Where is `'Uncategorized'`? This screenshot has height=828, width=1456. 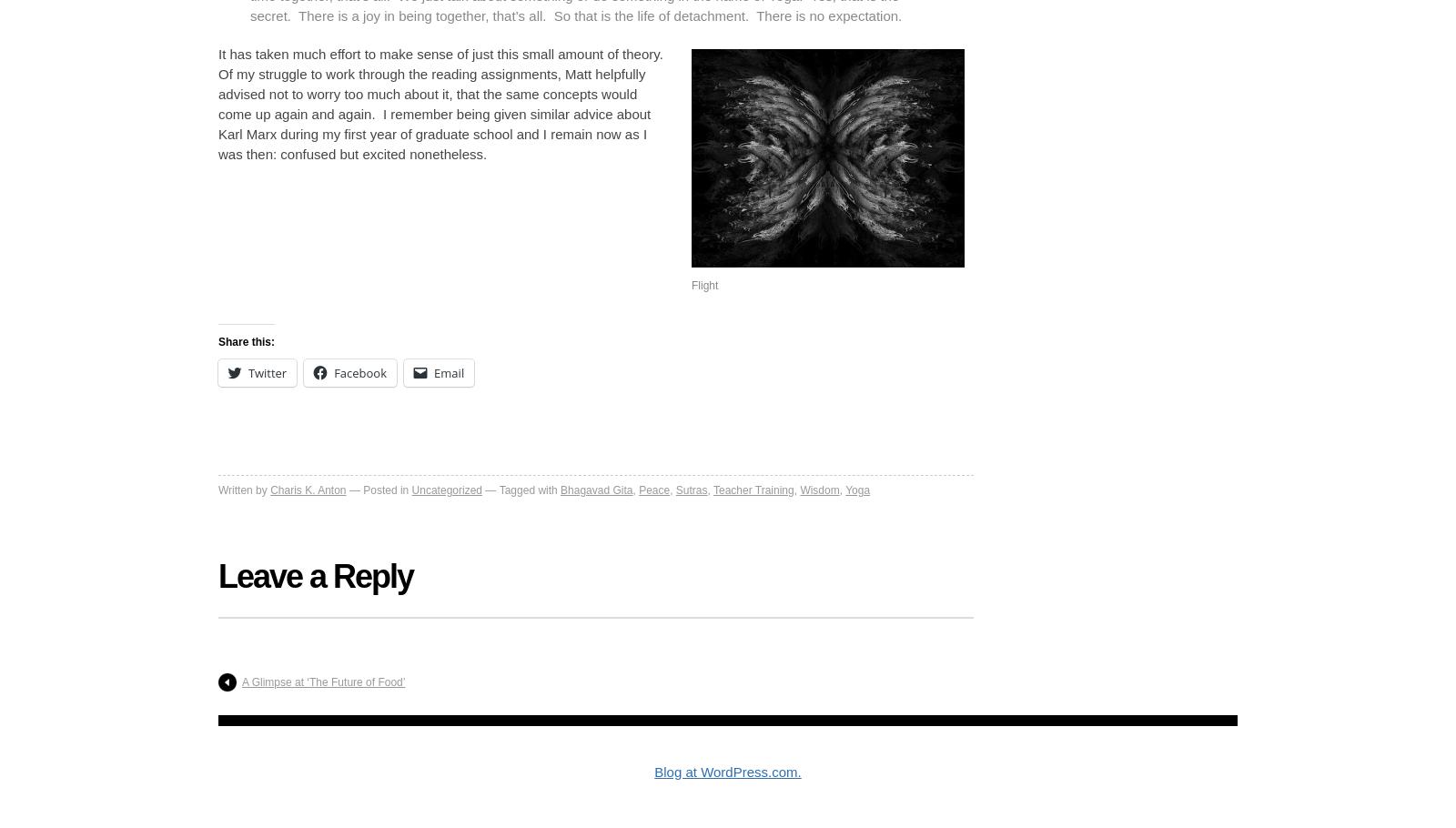 'Uncategorized' is located at coordinates (446, 488).